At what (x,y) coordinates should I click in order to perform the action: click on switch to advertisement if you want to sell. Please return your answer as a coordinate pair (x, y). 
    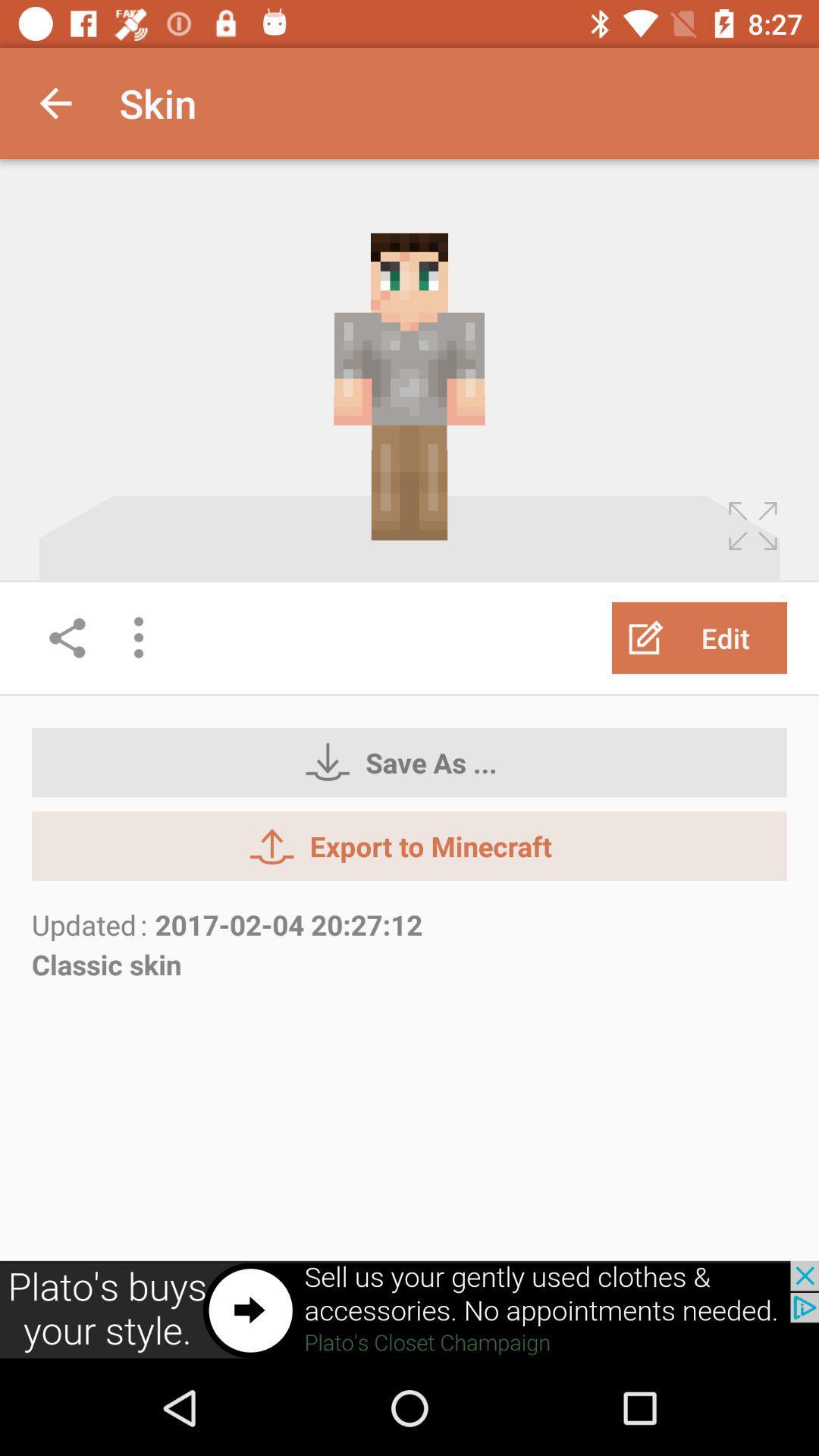
    Looking at the image, I should click on (409, 1310).